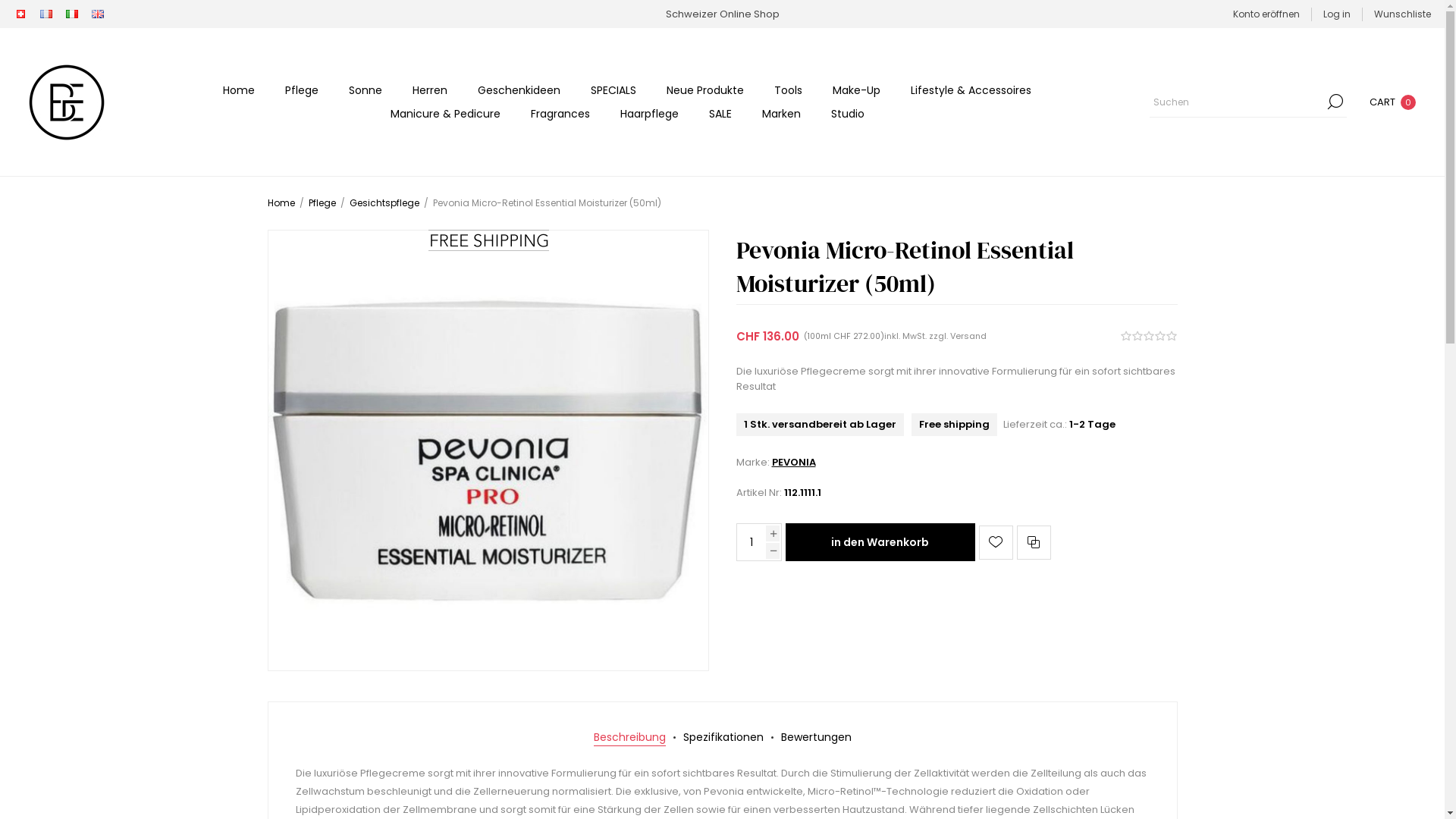  What do you see at coordinates (792, 461) in the screenshot?
I see `'PEVONIA'` at bounding box center [792, 461].